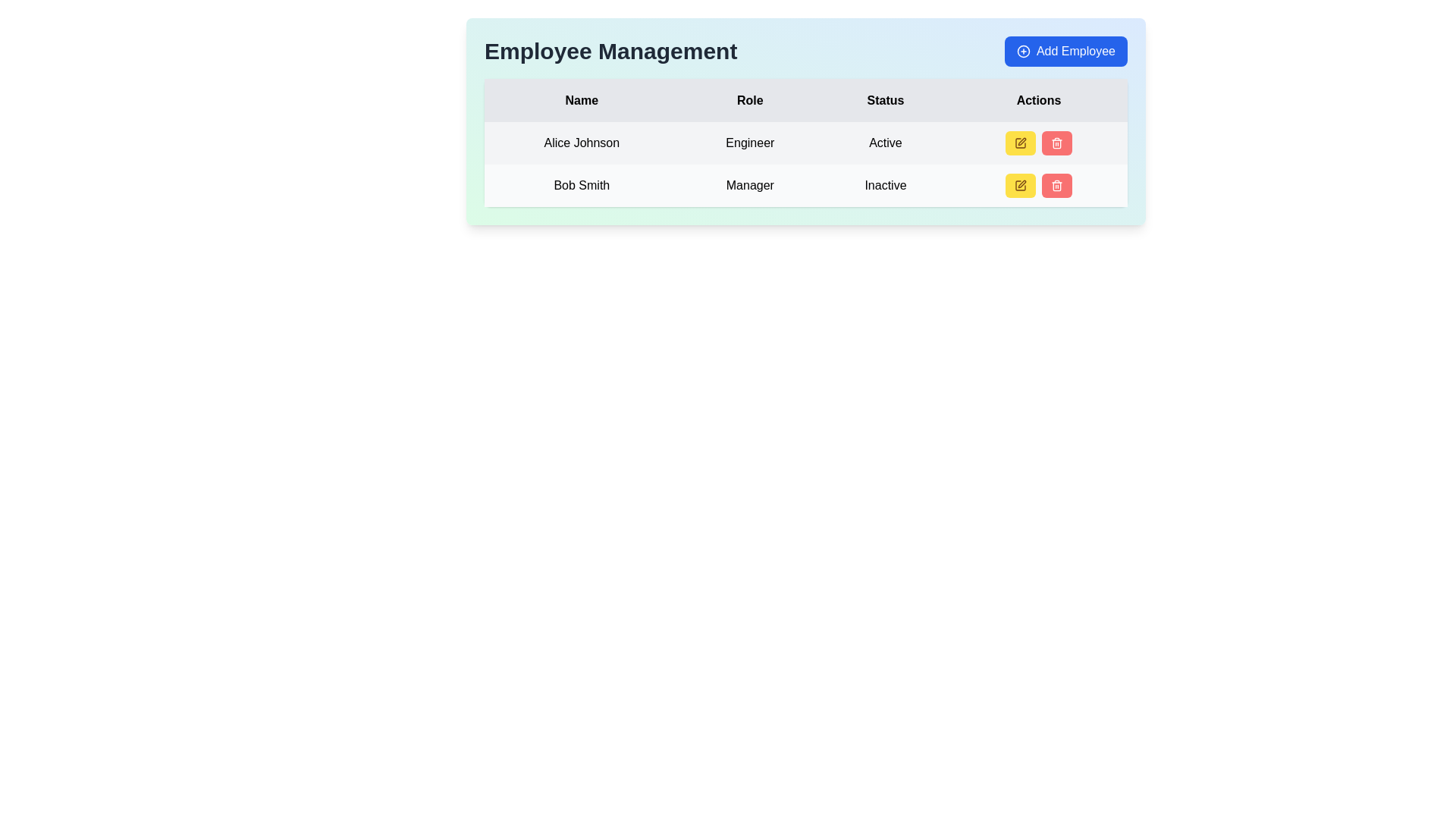 This screenshot has height=819, width=1456. I want to click on the rectangular button with a bright yellow background and a pen icon, located in the second row of the 'Actions' column under 'Employee Management', so click(1020, 185).